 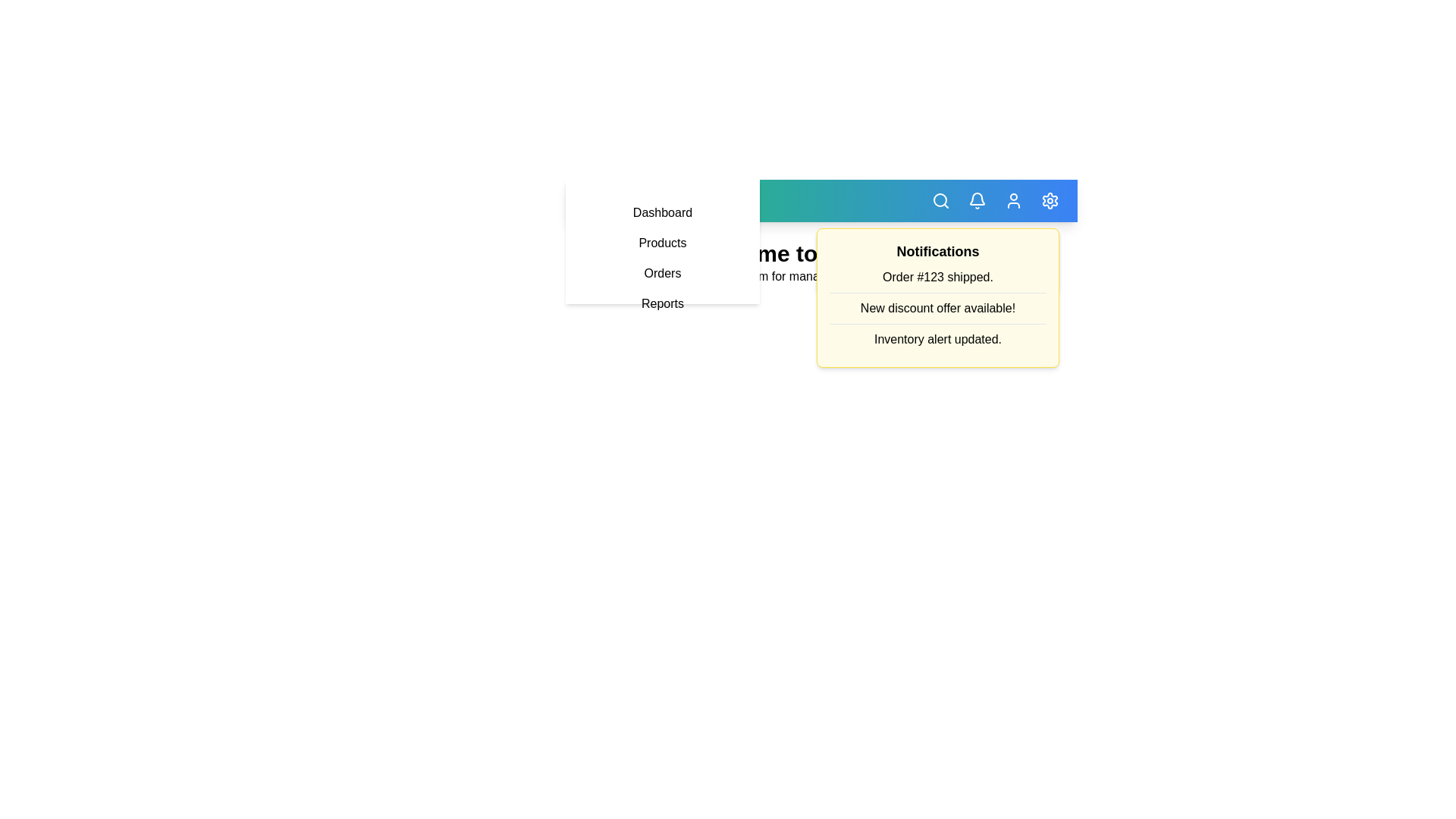 I want to click on the 'SmartShop' text label located in the upper-right portion of the interface, which is displayed in large, bold font, so click(x=662, y=200).